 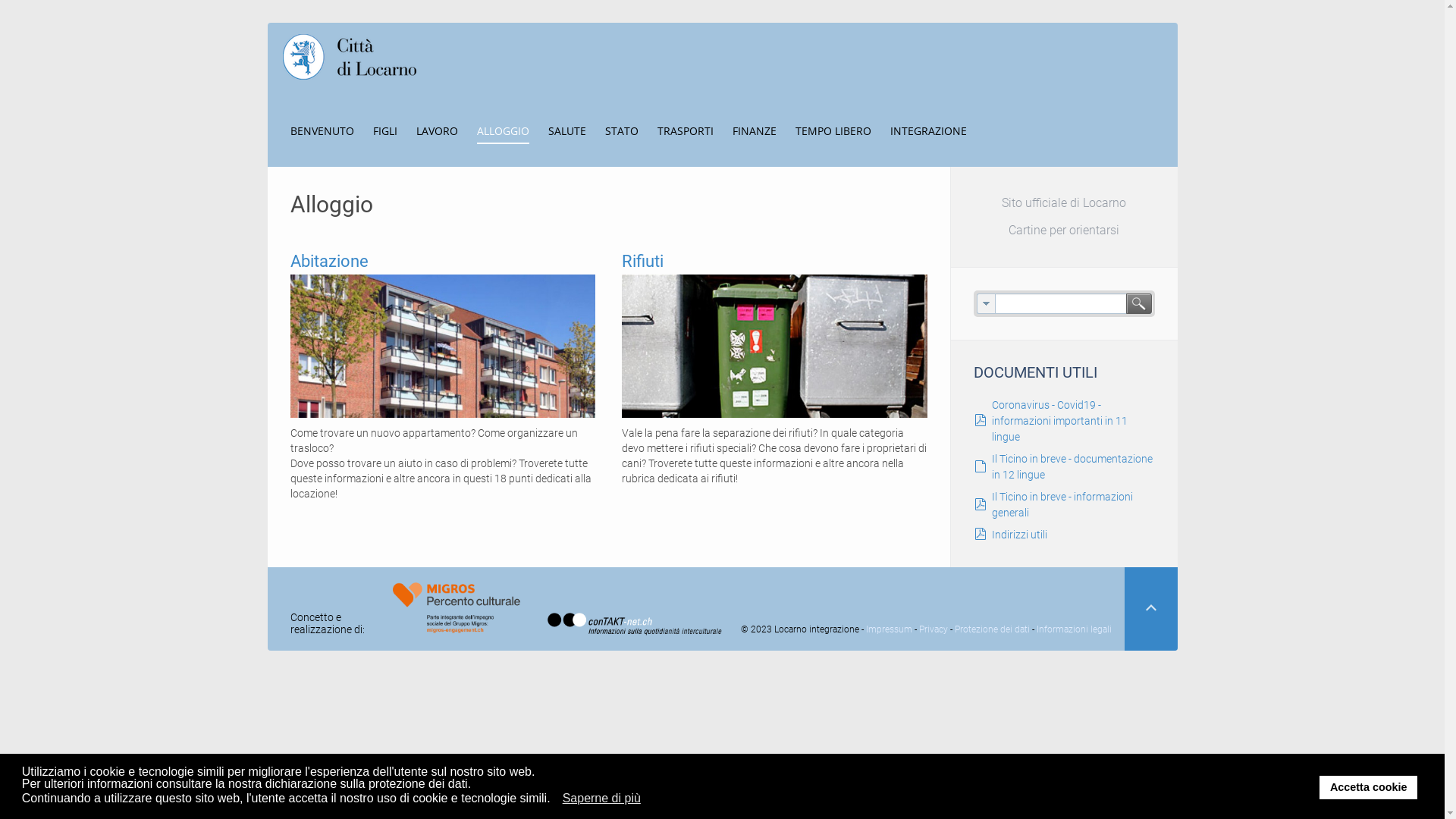 What do you see at coordinates (385, 130) in the screenshot?
I see `'FIGLI'` at bounding box center [385, 130].